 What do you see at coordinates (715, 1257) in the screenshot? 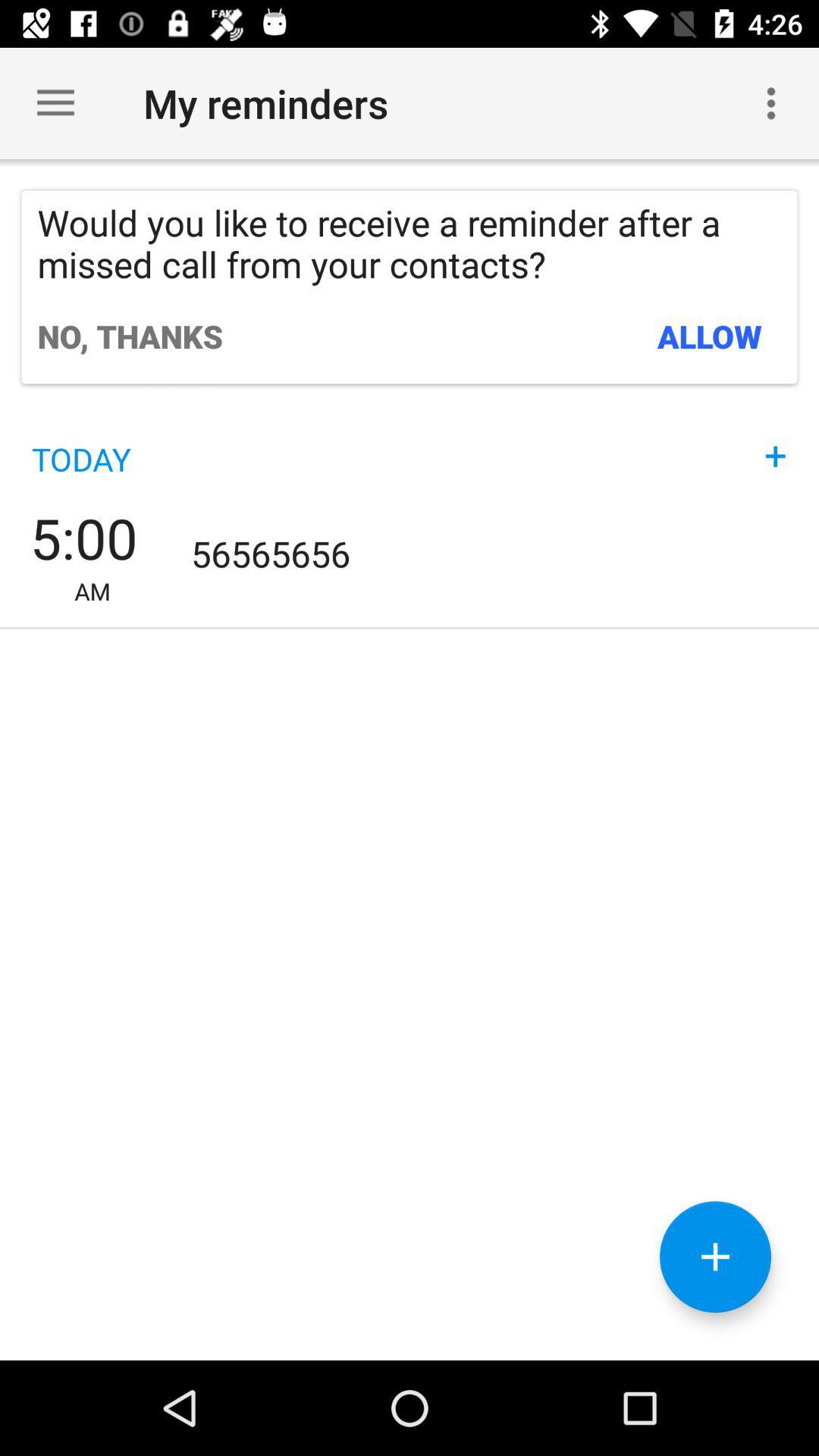
I see `add` at bounding box center [715, 1257].